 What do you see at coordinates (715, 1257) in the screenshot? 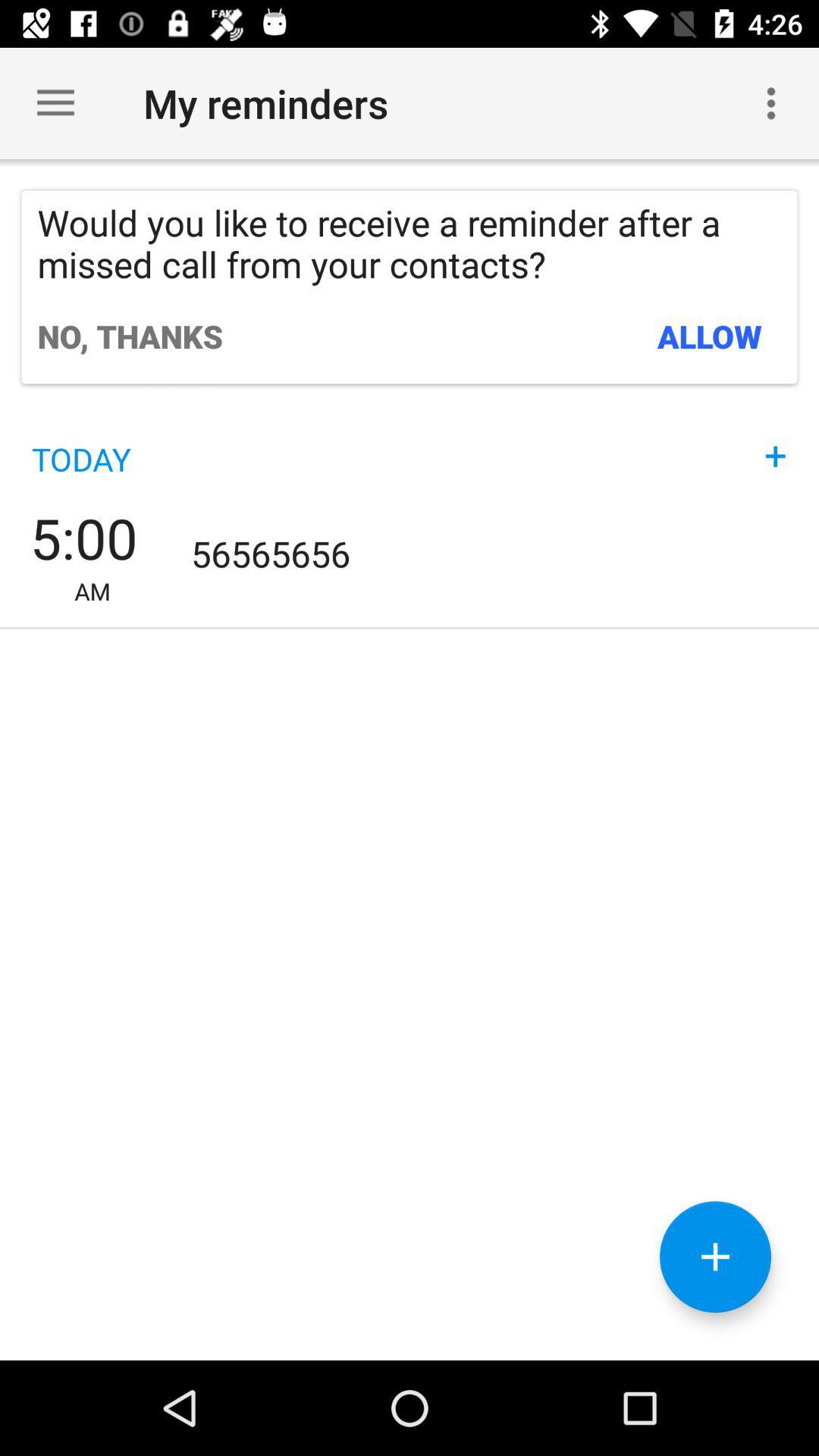
I see `add` at bounding box center [715, 1257].